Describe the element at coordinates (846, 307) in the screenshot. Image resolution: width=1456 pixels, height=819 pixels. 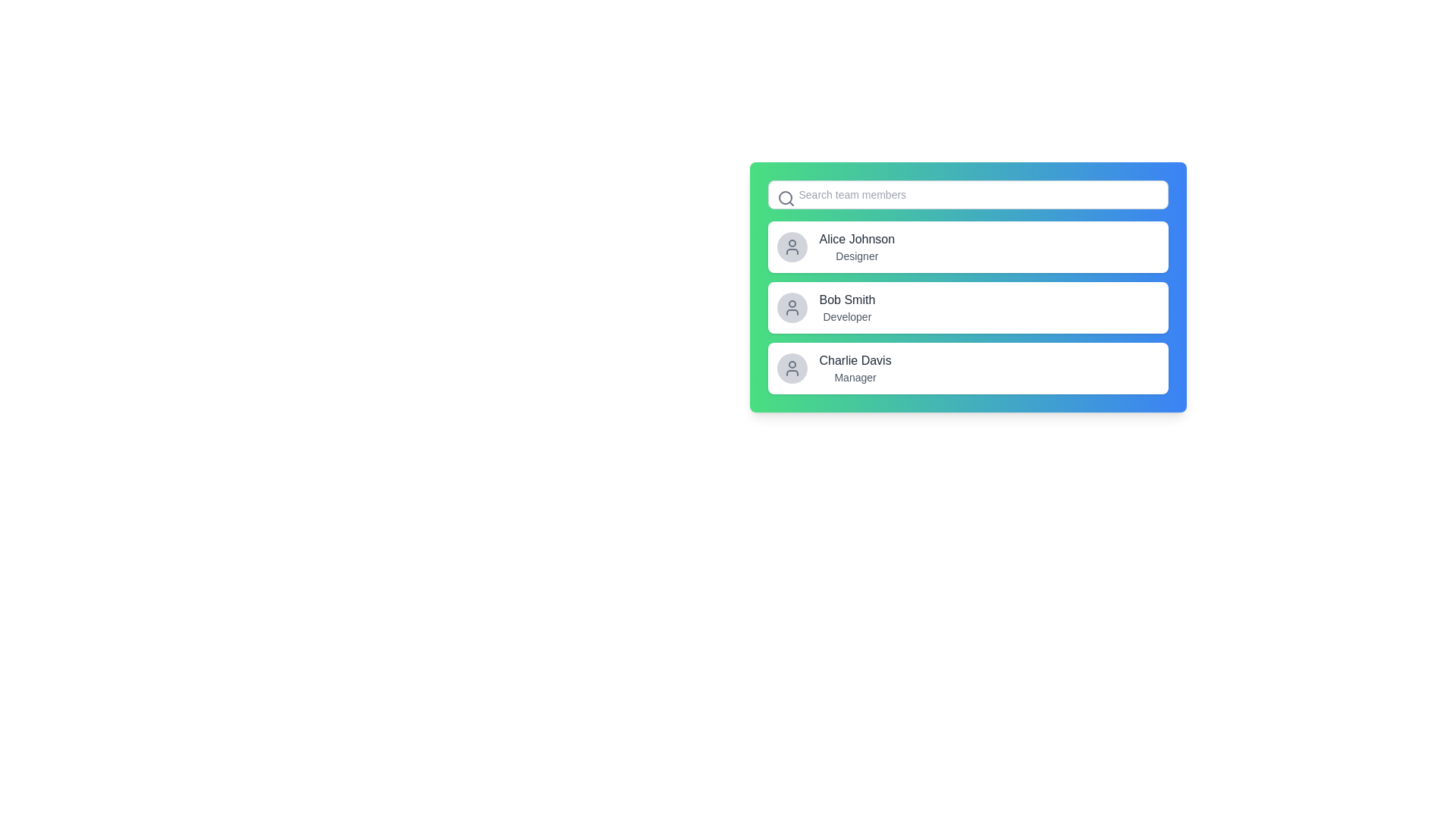
I see `the text element displaying 'Bob Smith' followed by 'Developer', which is located in the second row of a vertical list of card items` at that location.